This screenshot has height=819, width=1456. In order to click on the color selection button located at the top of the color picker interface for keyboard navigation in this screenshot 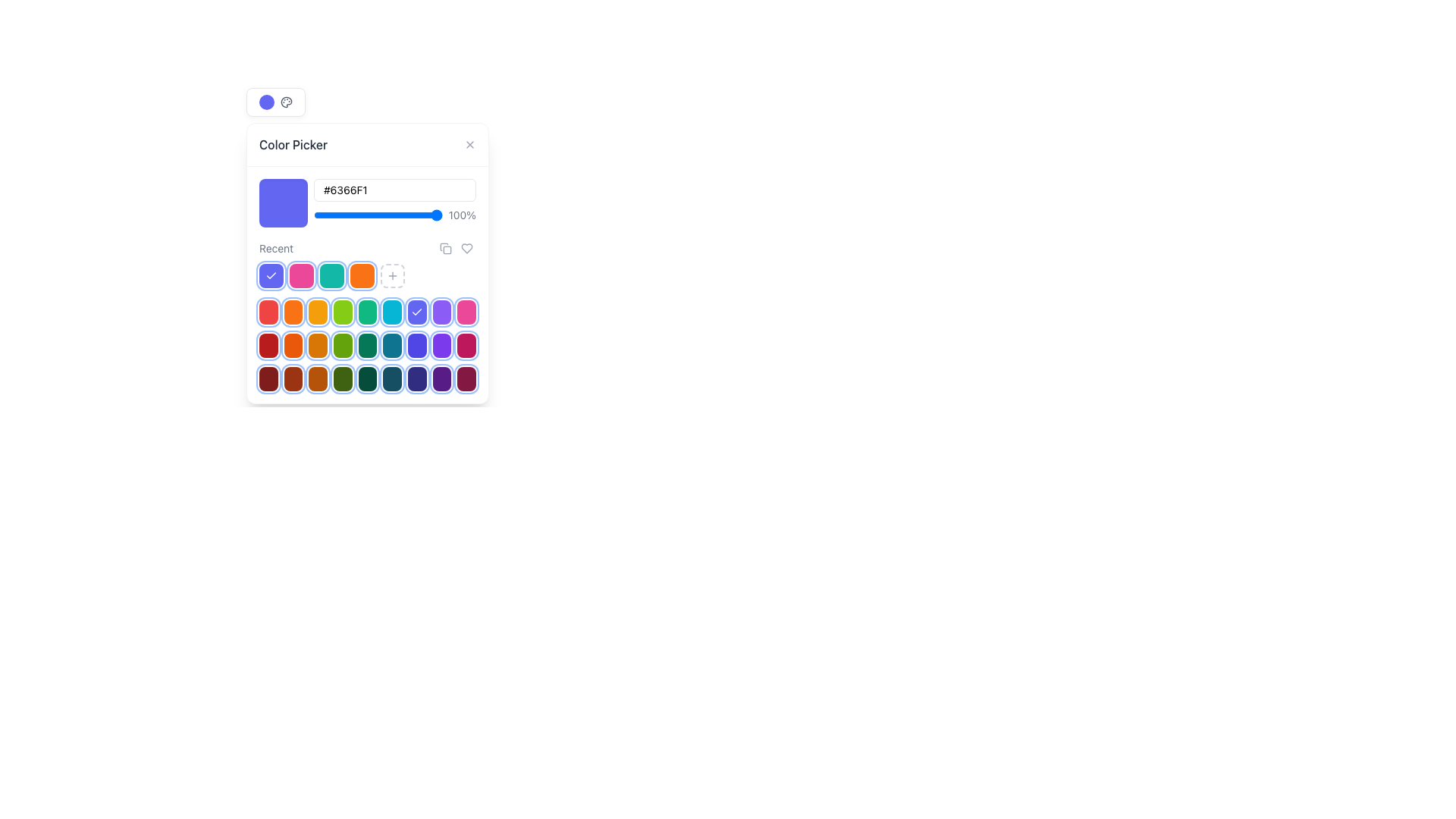, I will do `click(276, 102)`.